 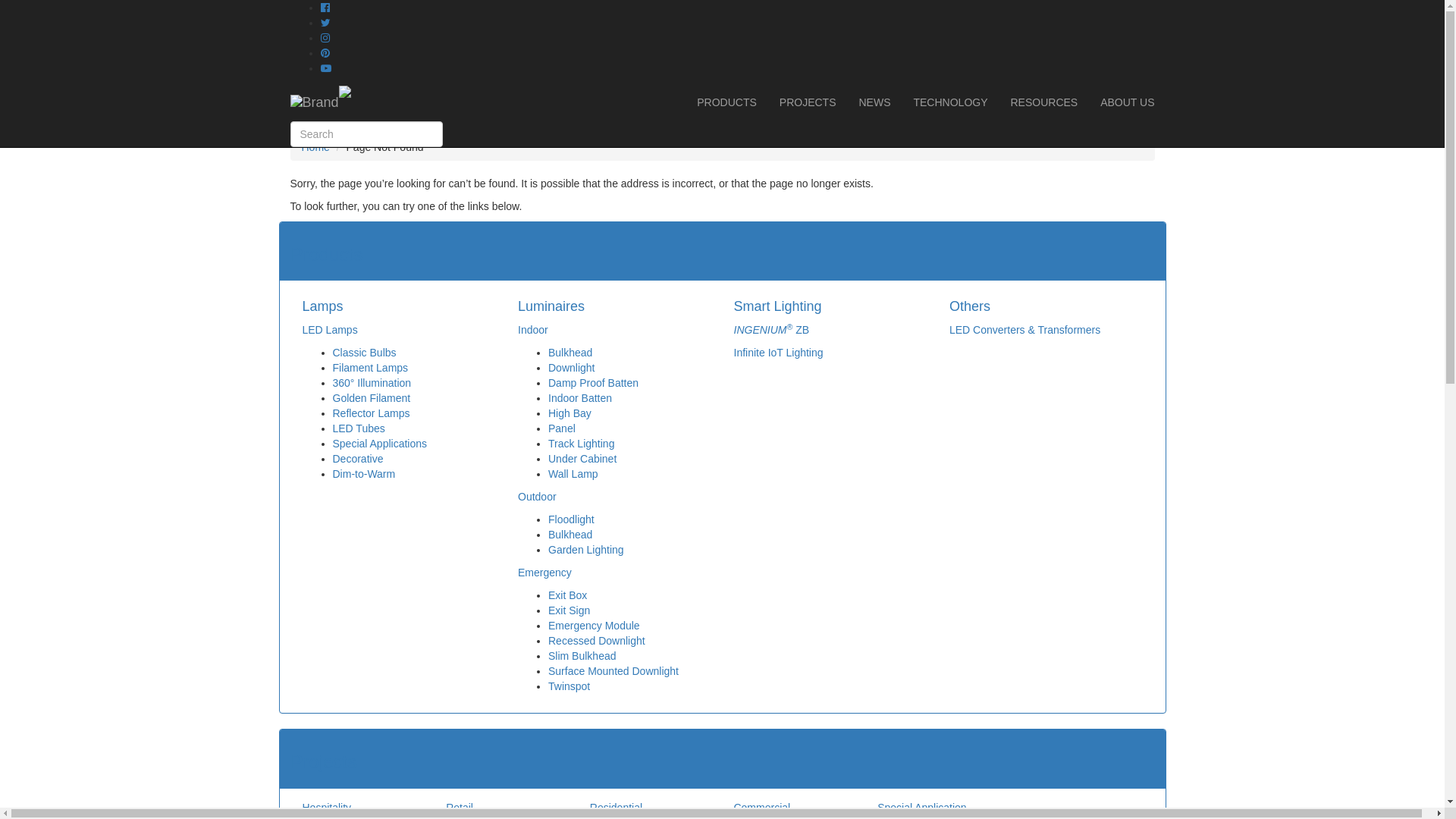 What do you see at coordinates (1043, 102) in the screenshot?
I see `'RESOURCES'` at bounding box center [1043, 102].